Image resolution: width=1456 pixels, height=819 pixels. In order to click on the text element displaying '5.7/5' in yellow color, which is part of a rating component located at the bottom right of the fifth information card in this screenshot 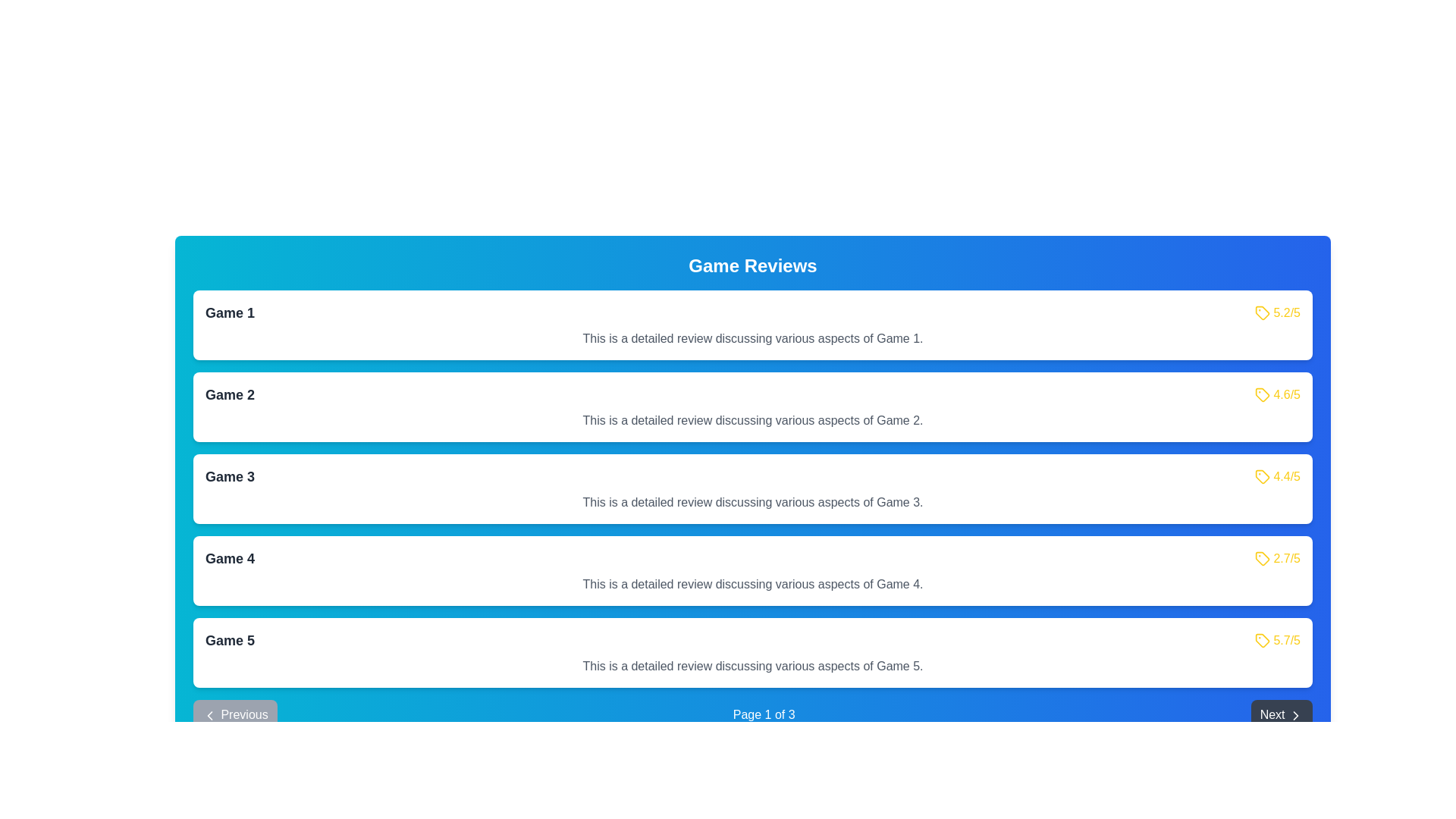, I will do `click(1286, 640)`.